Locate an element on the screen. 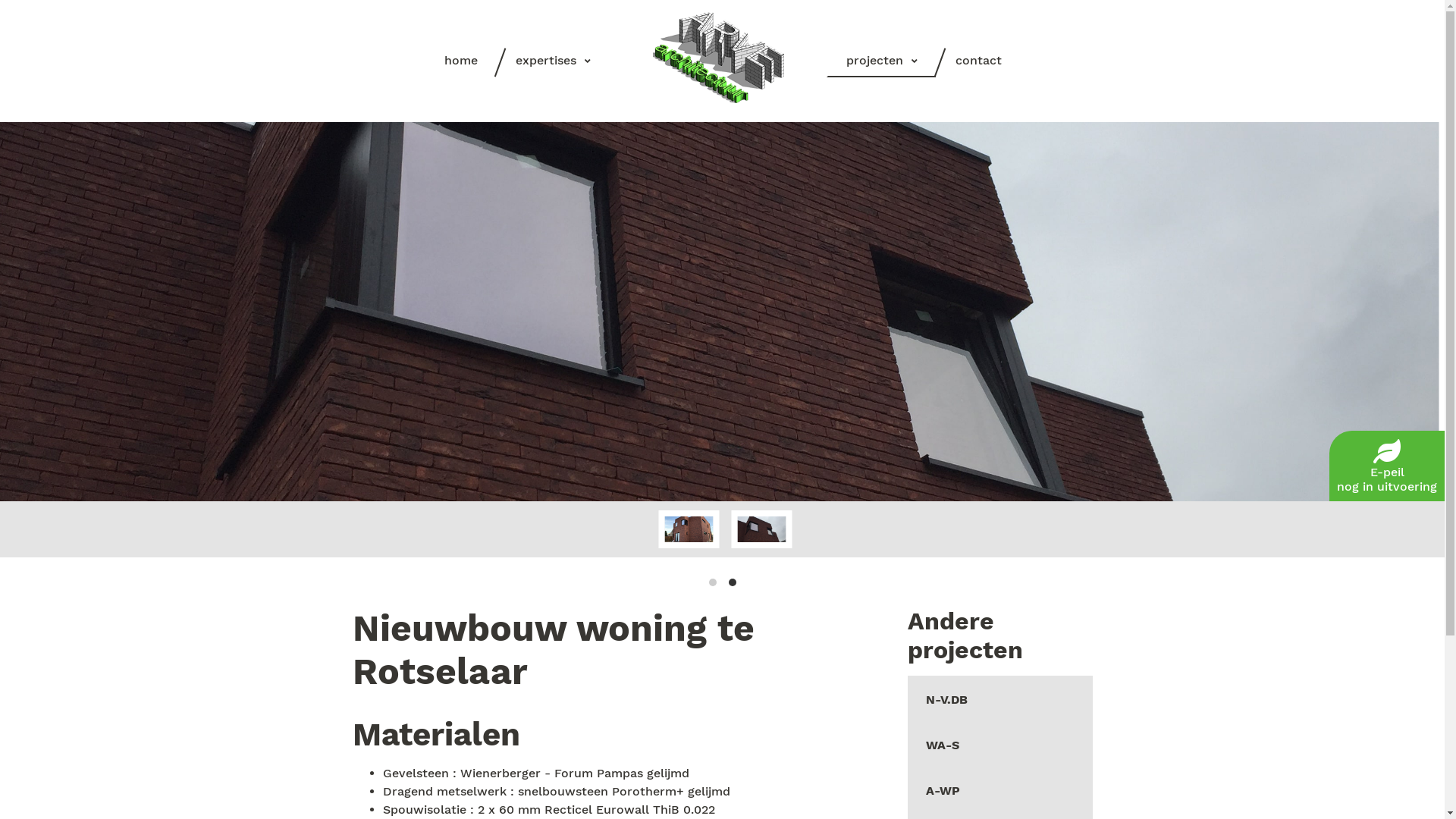  'WA-S' is located at coordinates (999, 742).